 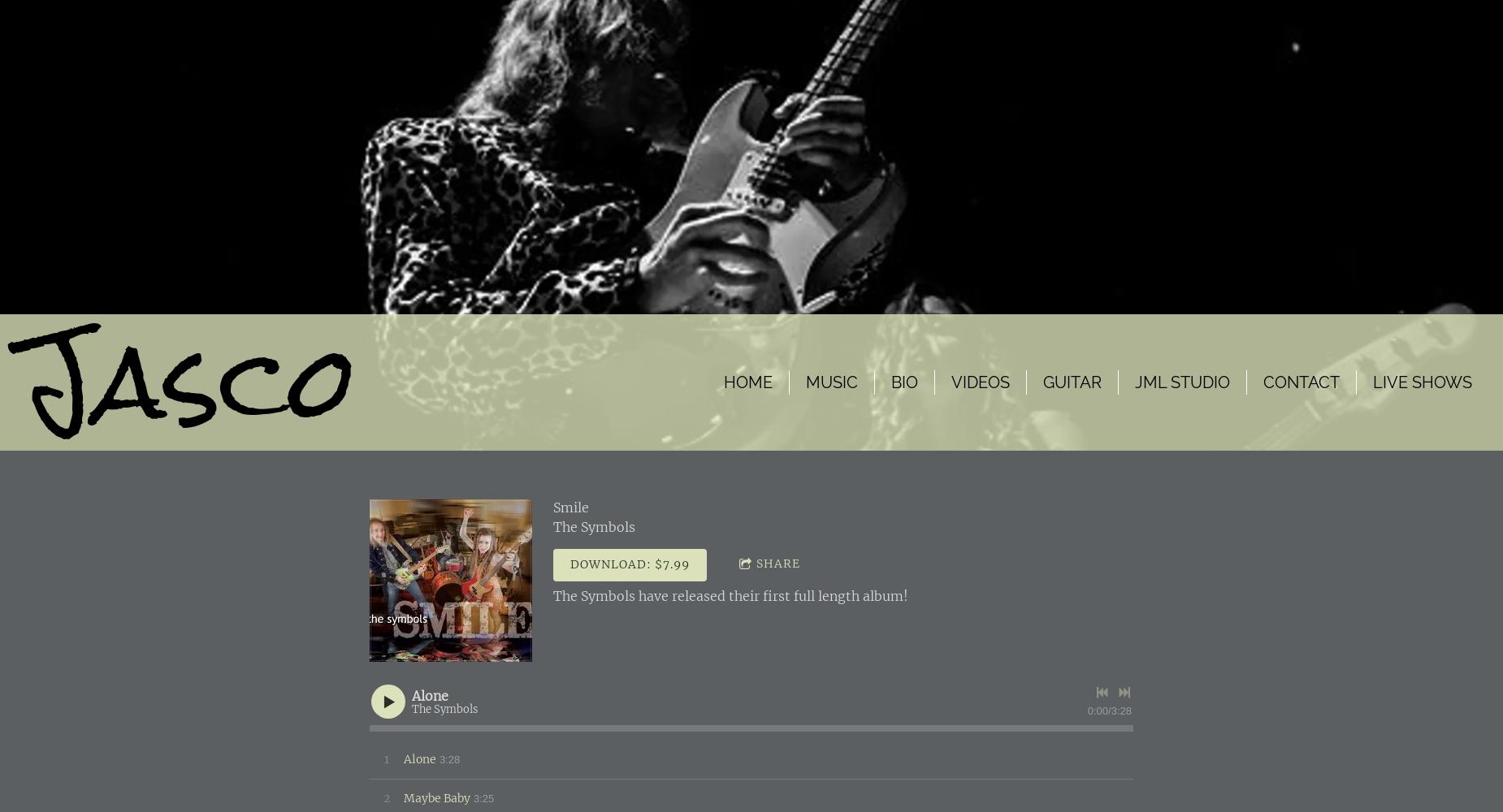 What do you see at coordinates (1301, 382) in the screenshot?
I see `'Contact'` at bounding box center [1301, 382].